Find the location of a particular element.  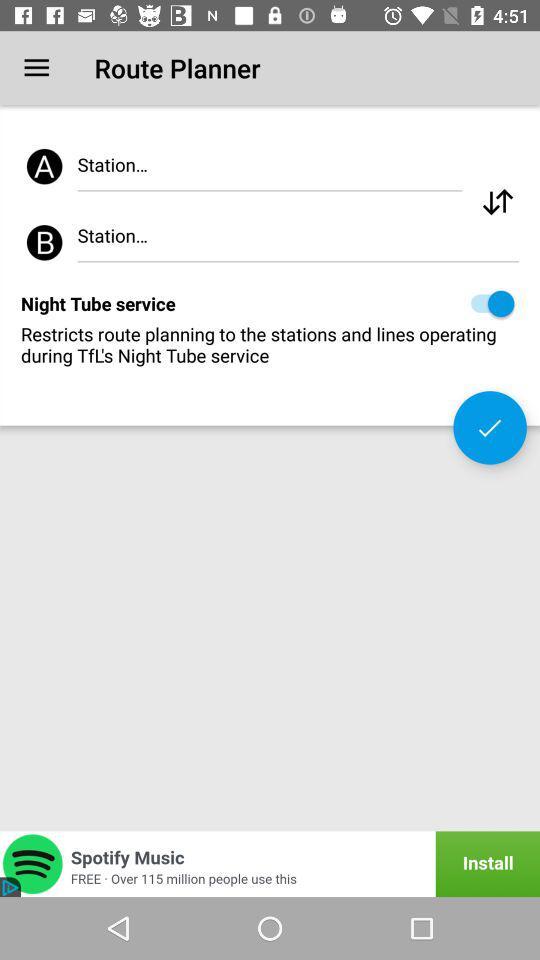

changes is located at coordinates (489, 427).